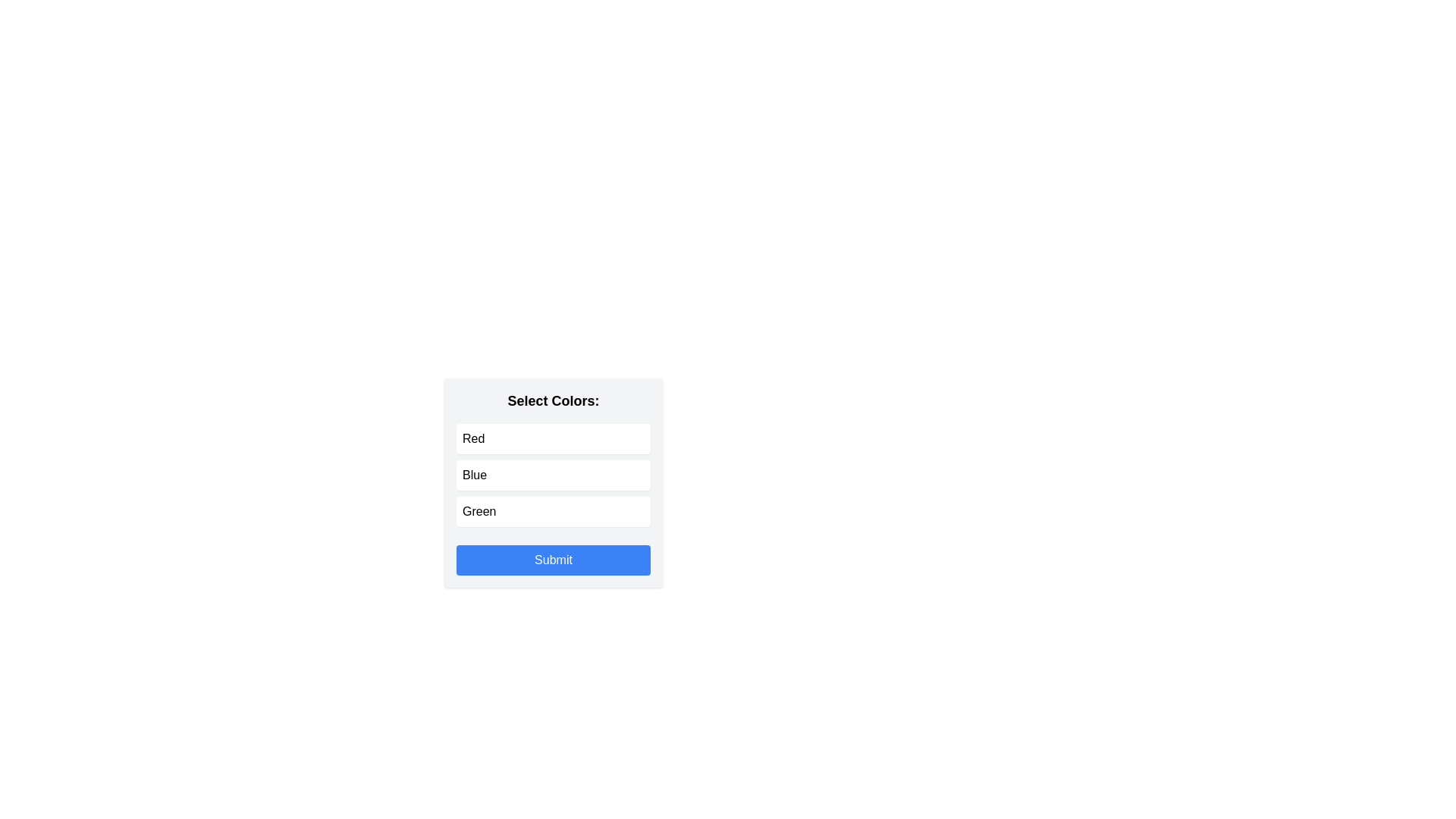  Describe the element at coordinates (479, 512) in the screenshot. I see `the 'Green' text label in the color selection interface, which is positioned below the 'Blue' element and above the 'Submit' button` at that location.